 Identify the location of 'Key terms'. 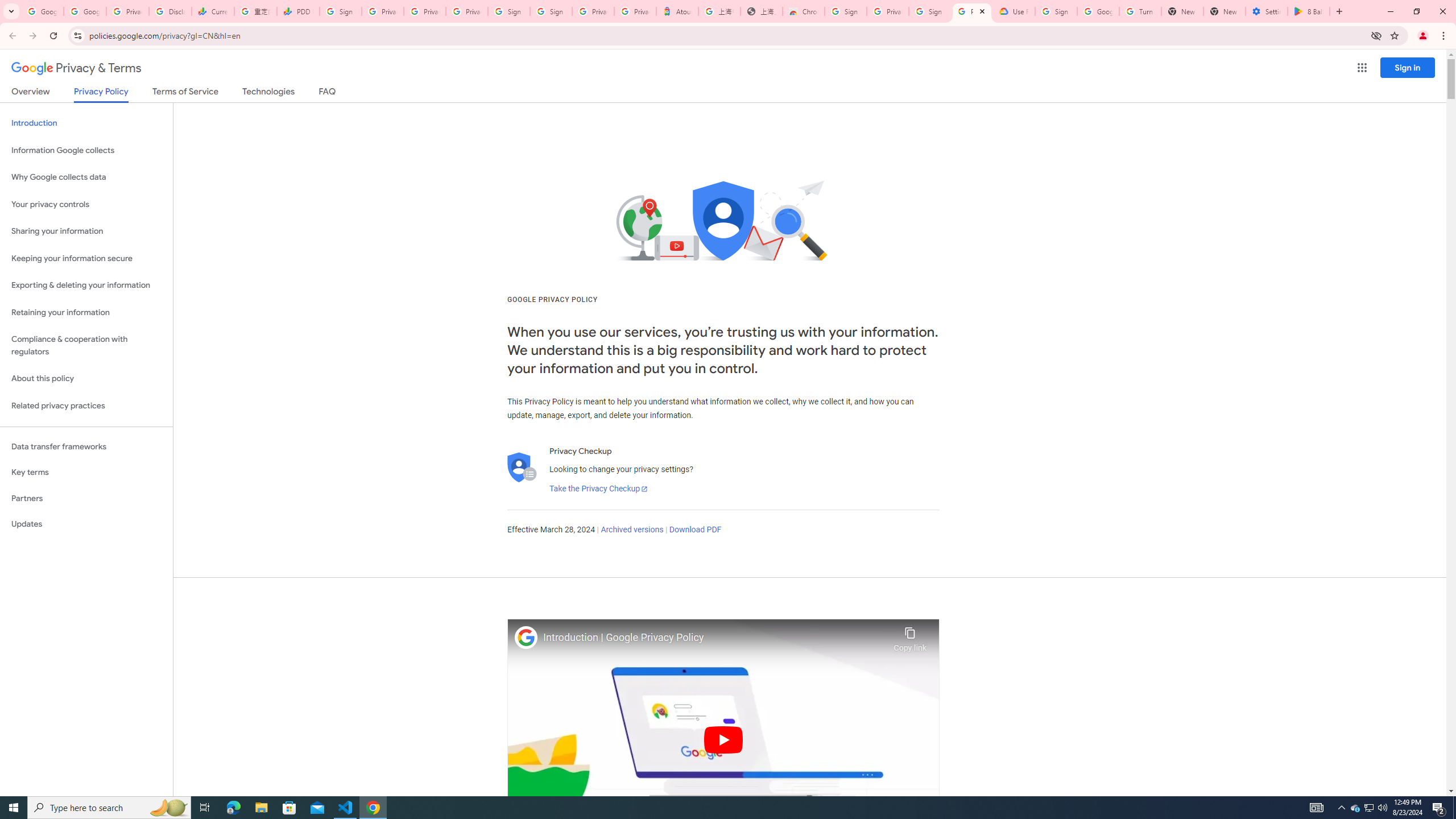
(86, 472).